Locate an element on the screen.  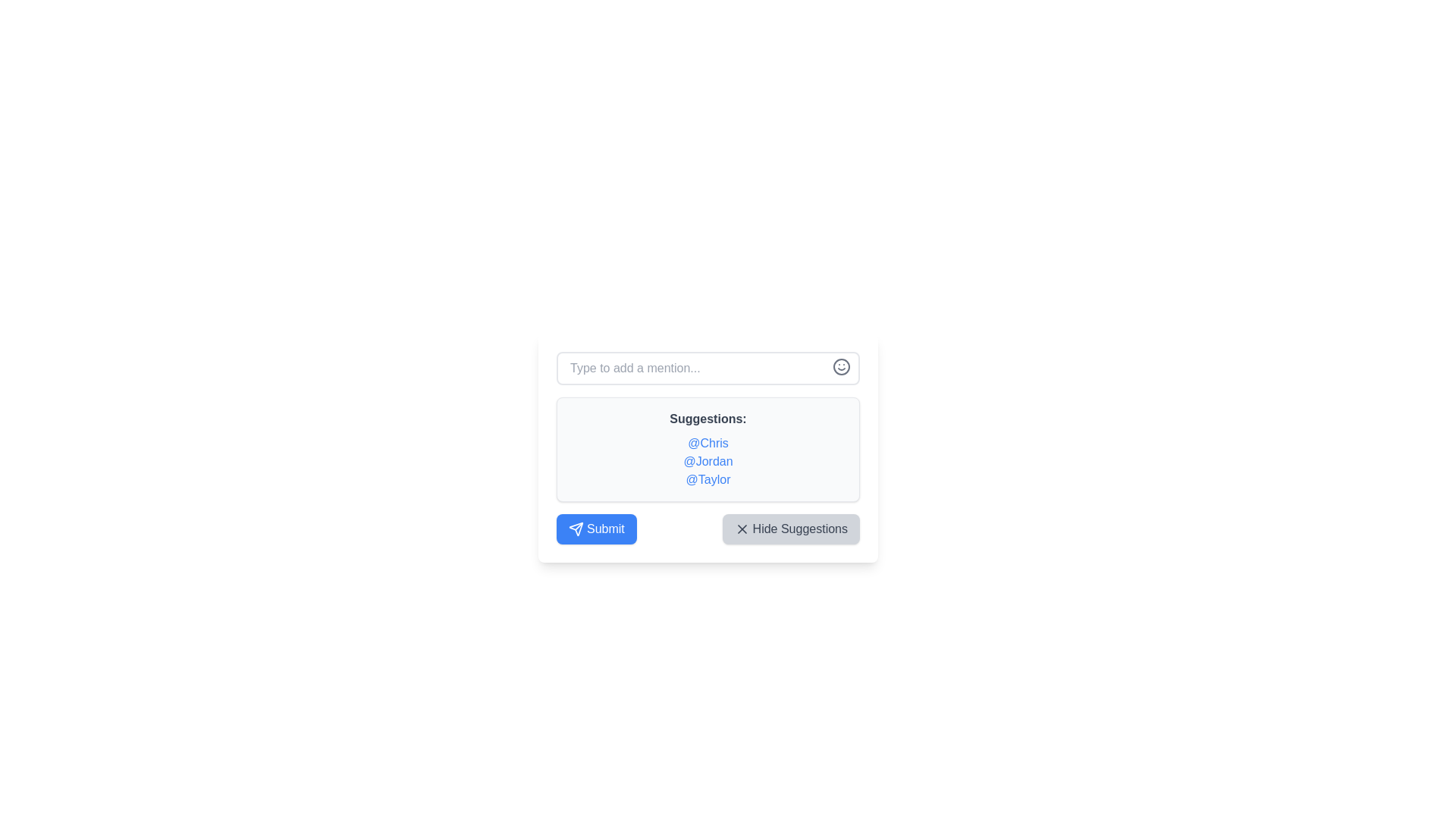
keyboard navigation is located at coordinates (708, 479).